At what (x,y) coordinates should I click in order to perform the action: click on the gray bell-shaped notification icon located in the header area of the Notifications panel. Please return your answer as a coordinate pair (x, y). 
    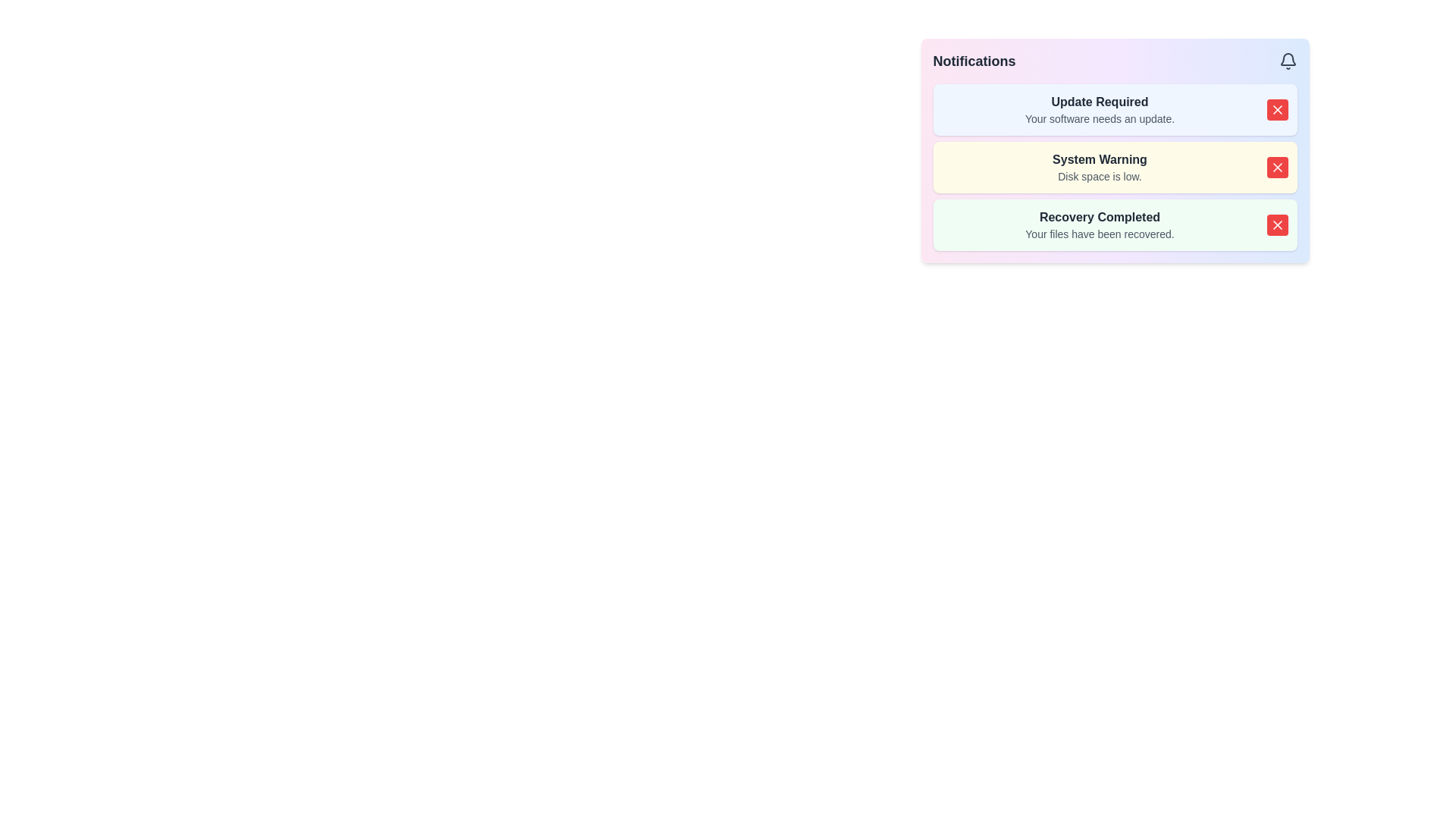
    Looking at the image, I should click on (1287, 61).